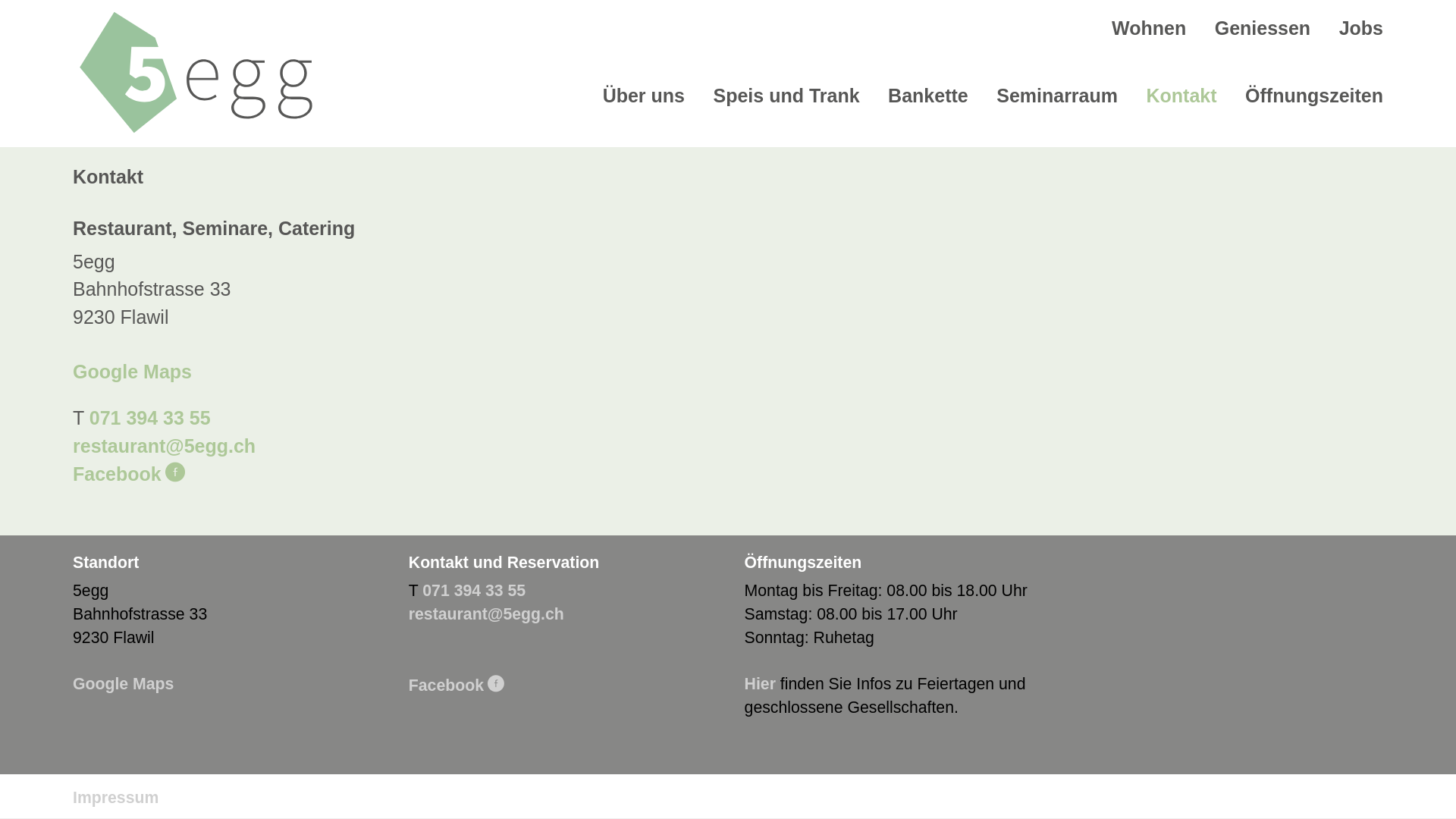 The image size is (1456, 819). I want to click on 'Geniessen', so click(1263, 28).